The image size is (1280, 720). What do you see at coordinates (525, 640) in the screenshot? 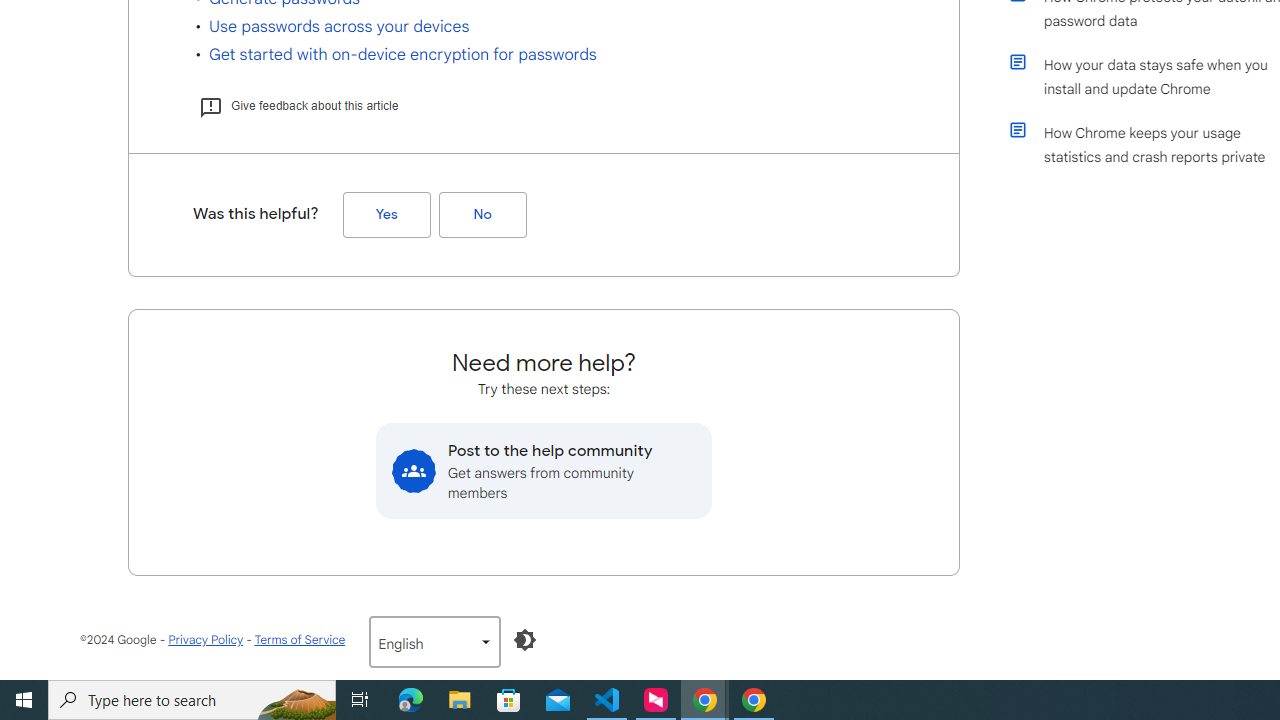
I see `'Enable Dark Mode'` at bounding box center [525, 640].